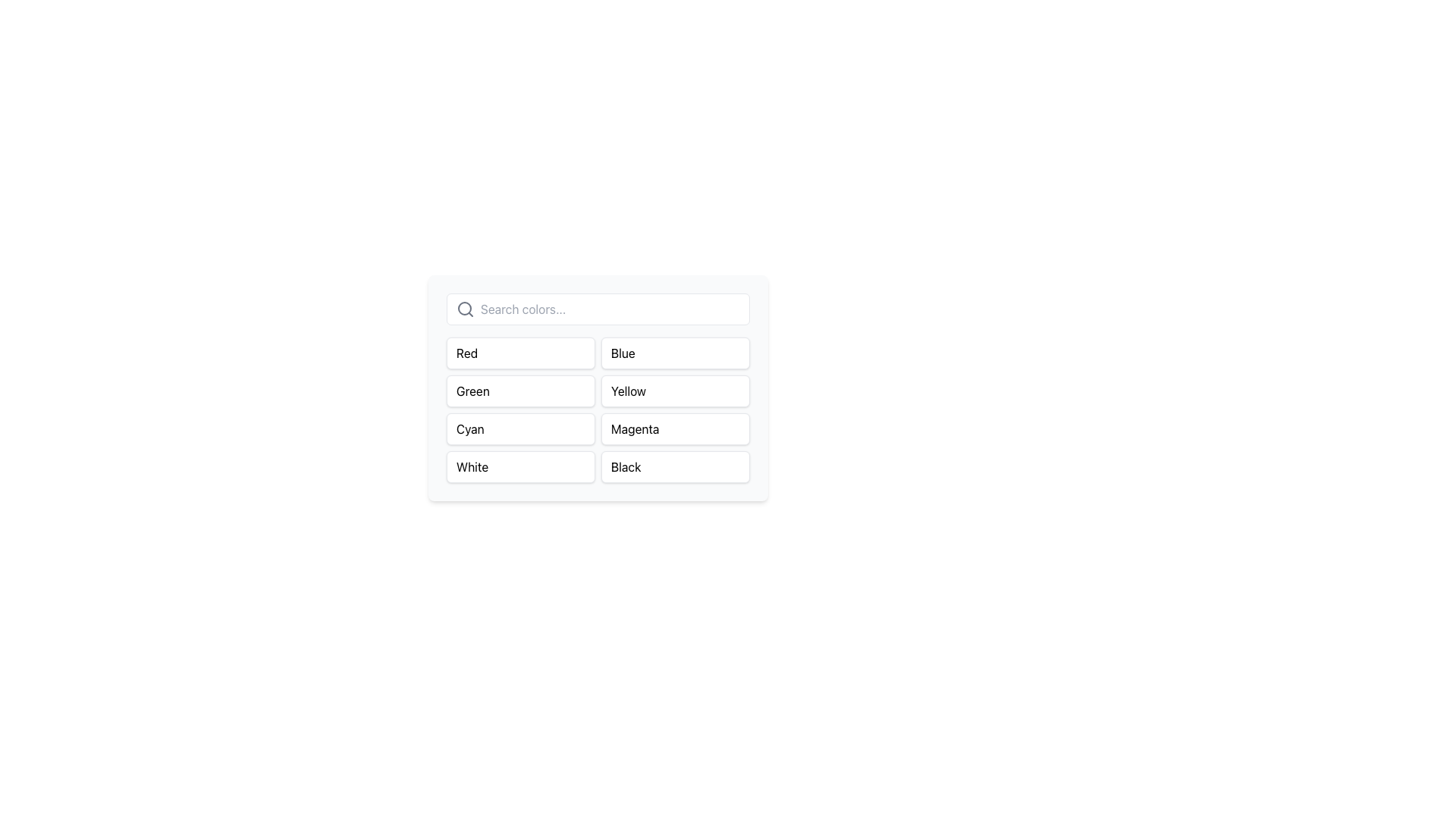 This screenshot has width=1456, height=819. What do you see at coordinates (520, 466) in the screenshot?
I see `the 'White' button located in the bottom-left cell of the two-column grid layout` at bounding box center [520, 466].